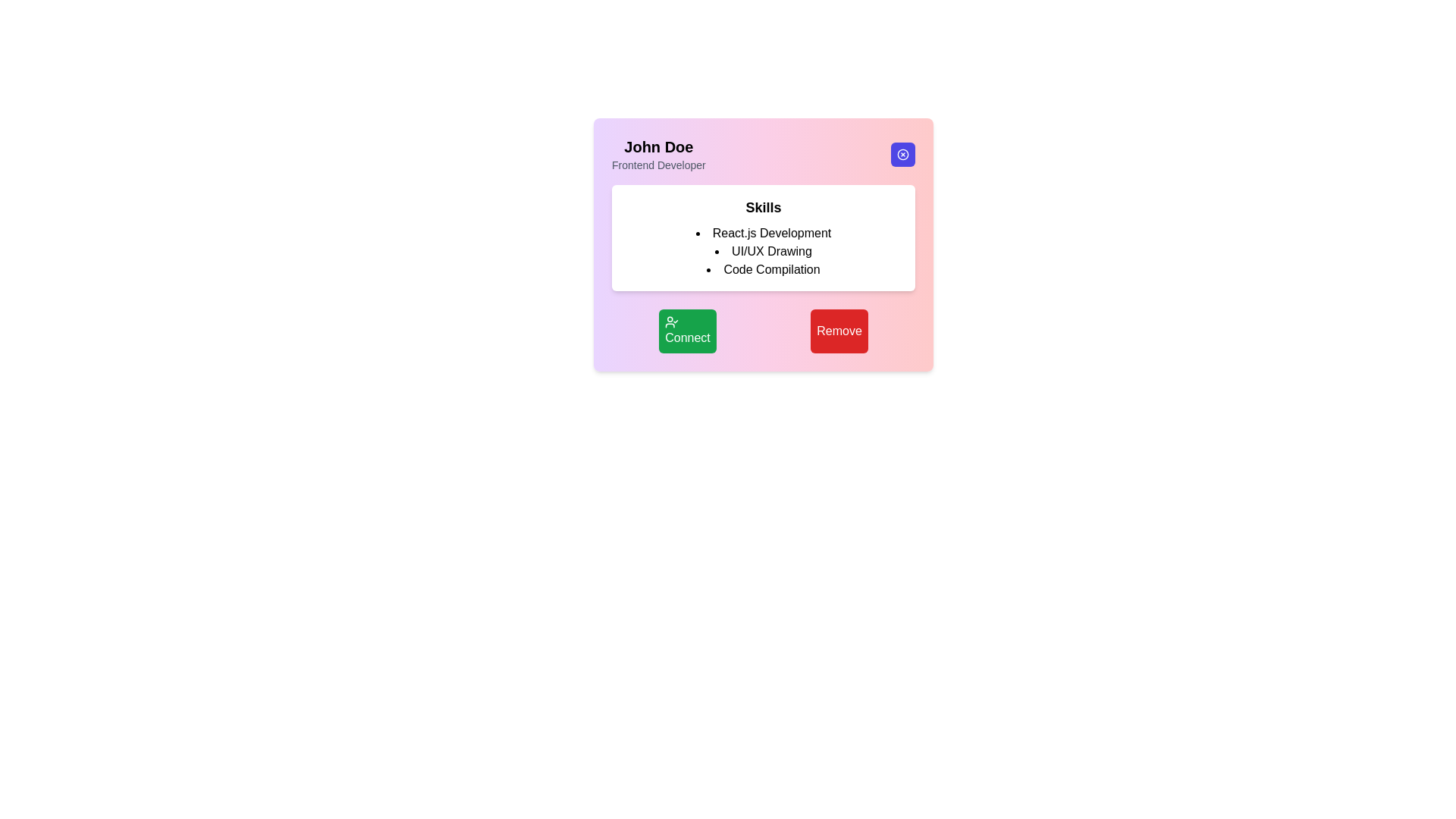 The width and height of the screenshot is (1456, 819). Describe the element at coordinates (764, 250) in the screenshot. I see `the text item 'UI/UX Drawing' in the bullet-pointed list, which is the second item under the 'Skills' section` at that location.